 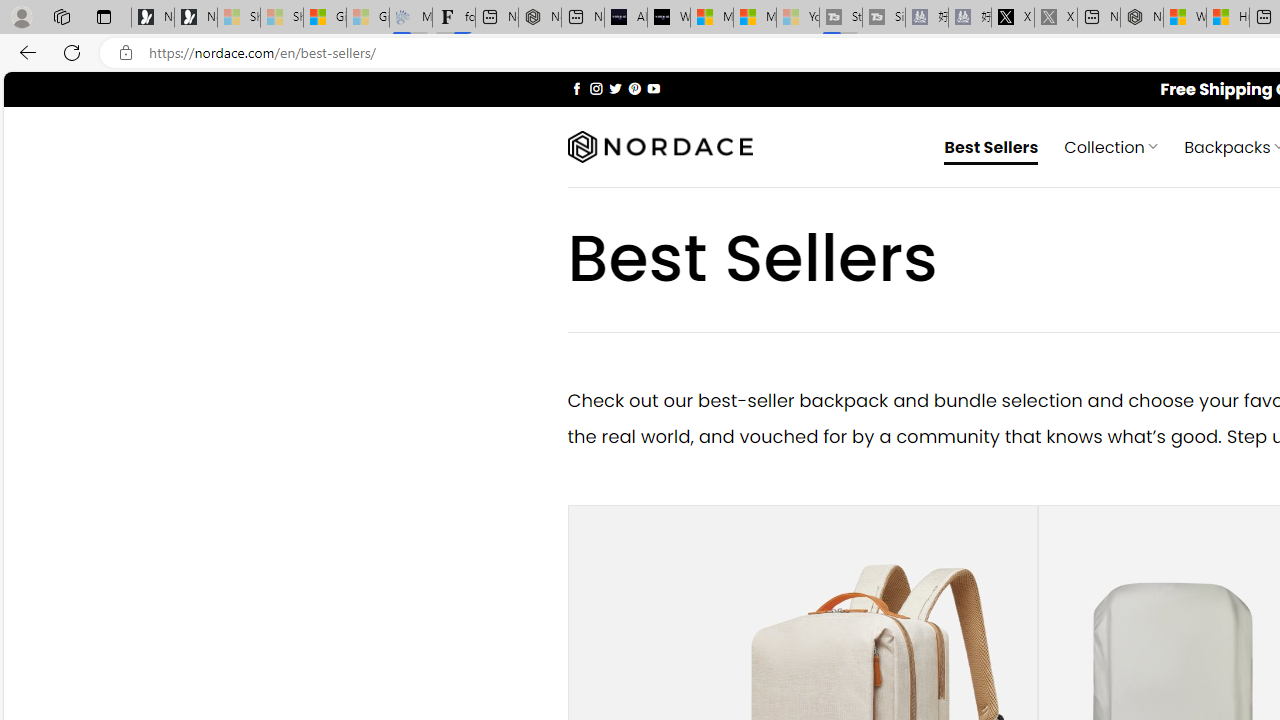 What do you see at coordinates (1142, 17) in the screenshot?
I see `'Nordace - My Account'` at bounding box center [1142, 17].